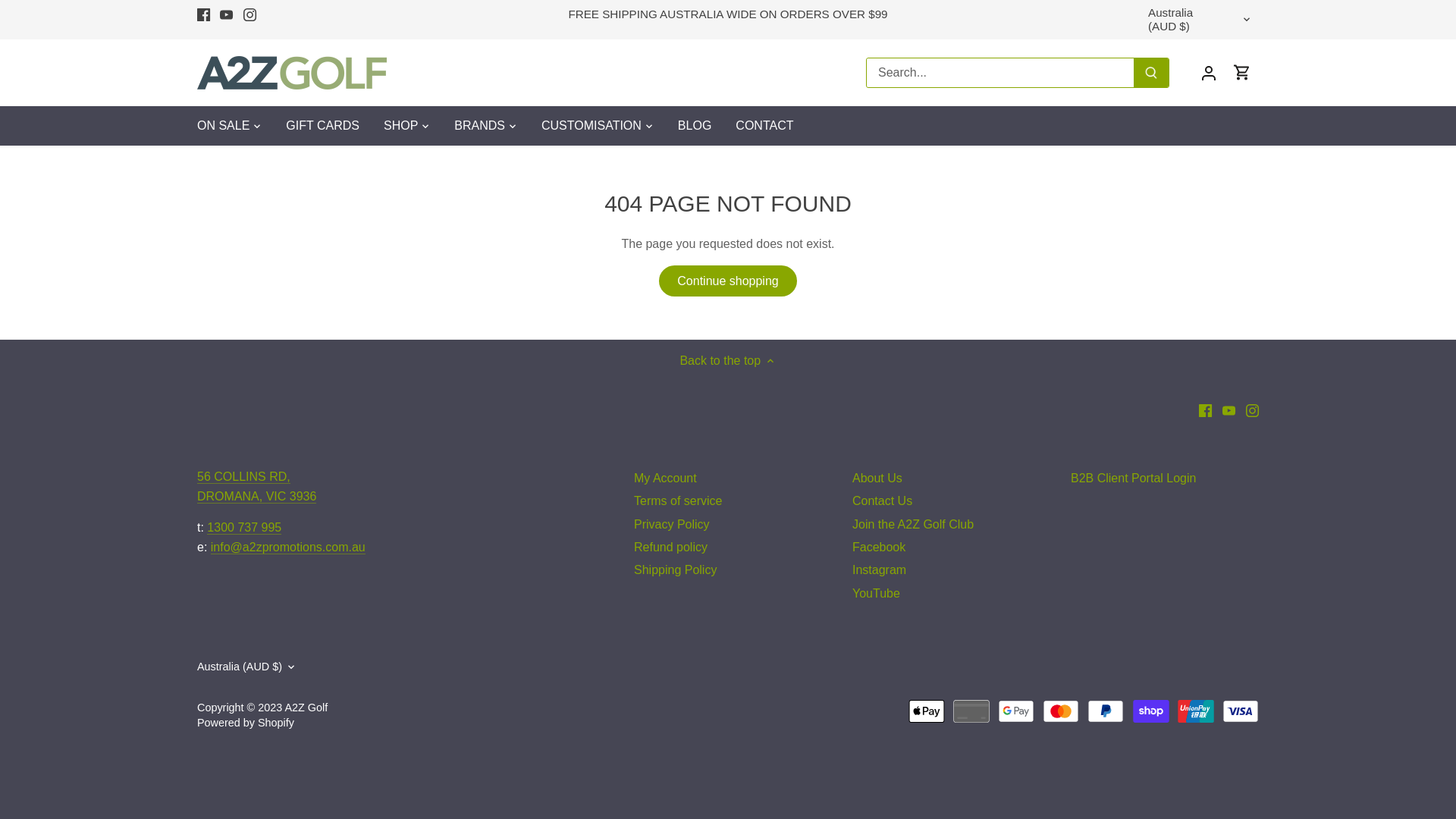 Image resolution: width=1456 pixels, height=819 pixels. I want to click on 'Shipping Policy', so click(633, 570).